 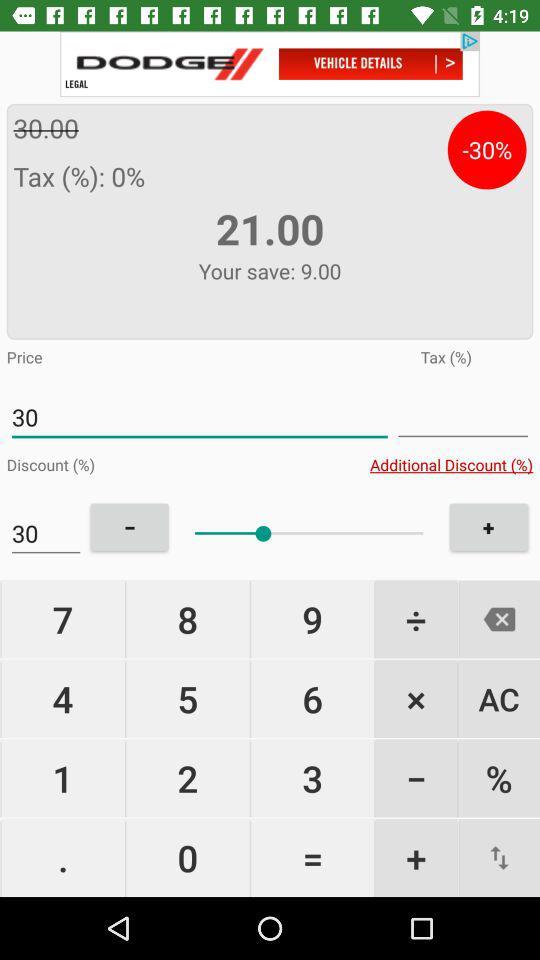 I want to click on open number keyboard, so click(x=463, y=416).